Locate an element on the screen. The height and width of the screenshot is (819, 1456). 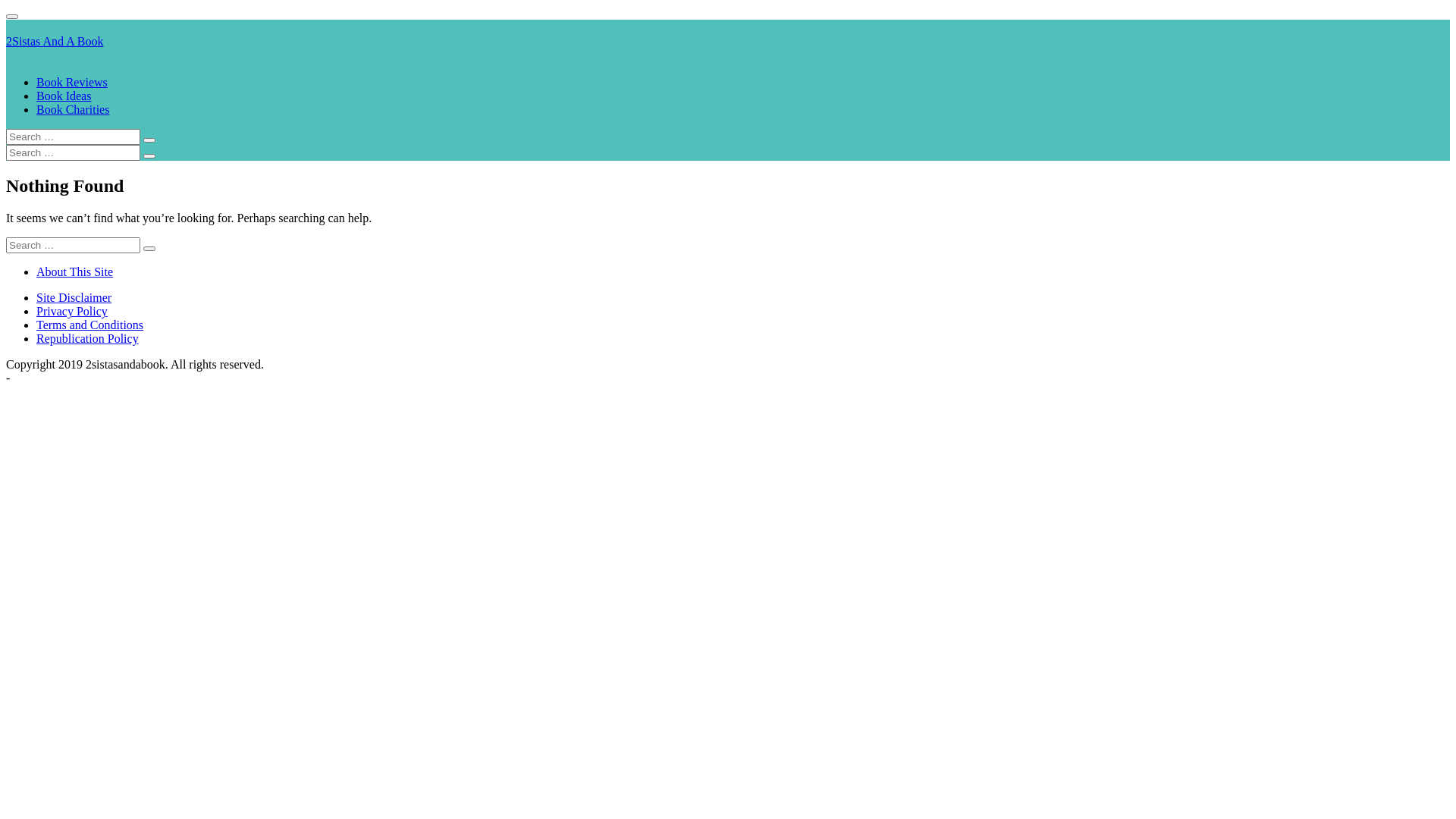
'Book Charities' is located at coordinates (36, 108).